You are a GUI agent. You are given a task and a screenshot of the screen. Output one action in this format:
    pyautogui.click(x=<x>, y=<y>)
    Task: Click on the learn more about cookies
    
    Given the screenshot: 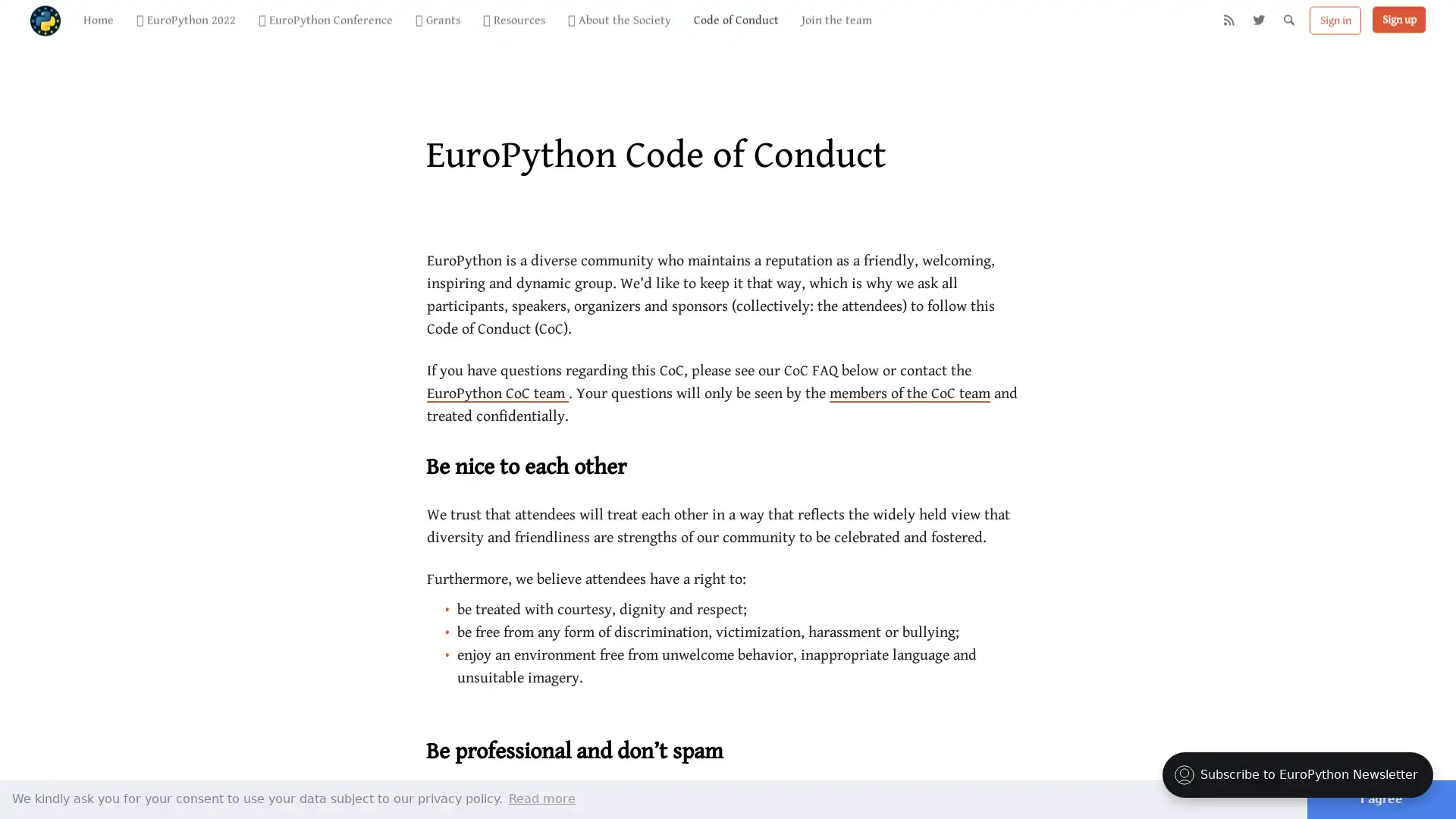 What is the action you would take?
    pyautogui.click(x=542, y=798)
    